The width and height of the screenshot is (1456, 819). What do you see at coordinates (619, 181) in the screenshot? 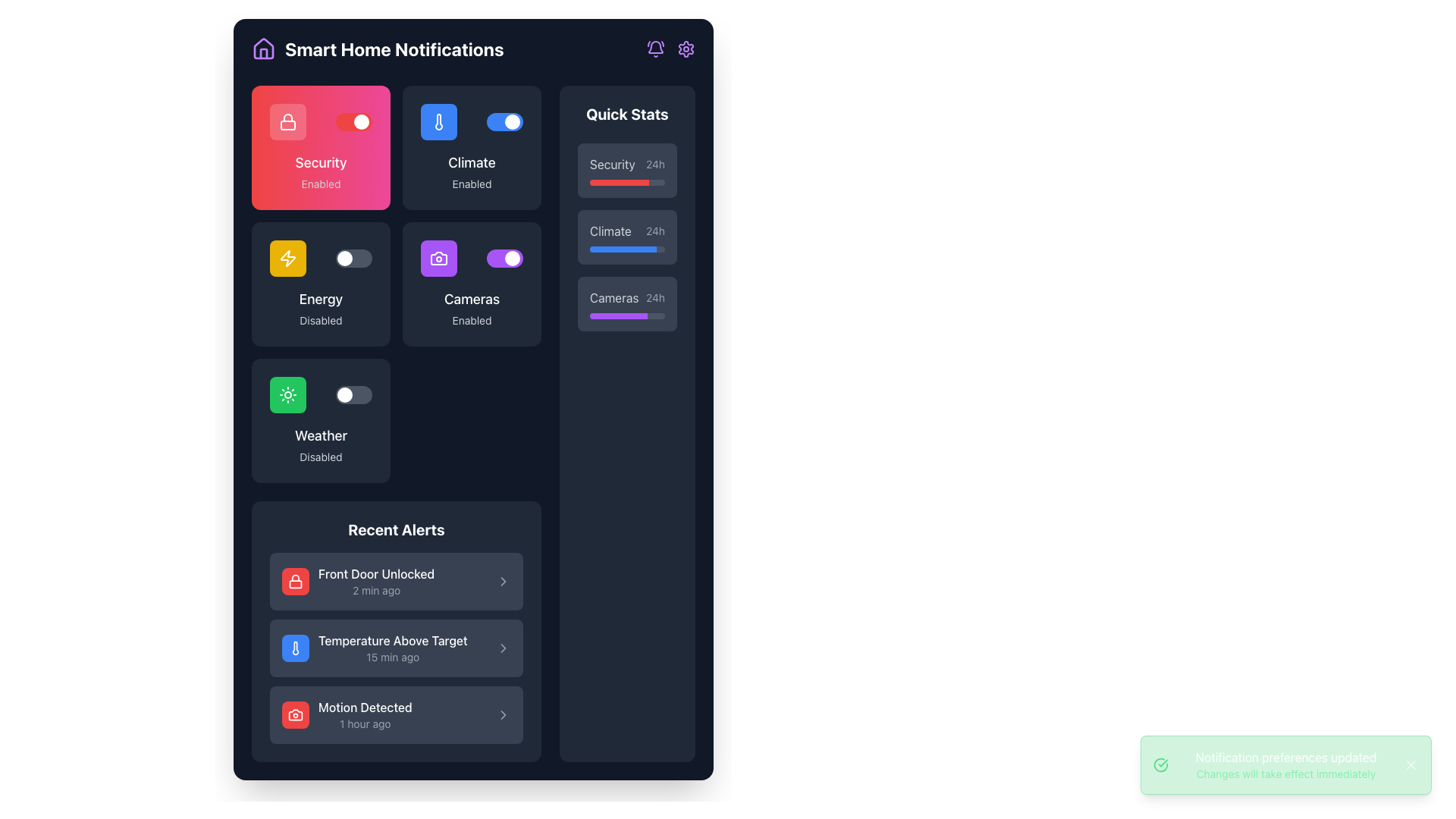
I see `security activity level` at bounding box center [619, 181].